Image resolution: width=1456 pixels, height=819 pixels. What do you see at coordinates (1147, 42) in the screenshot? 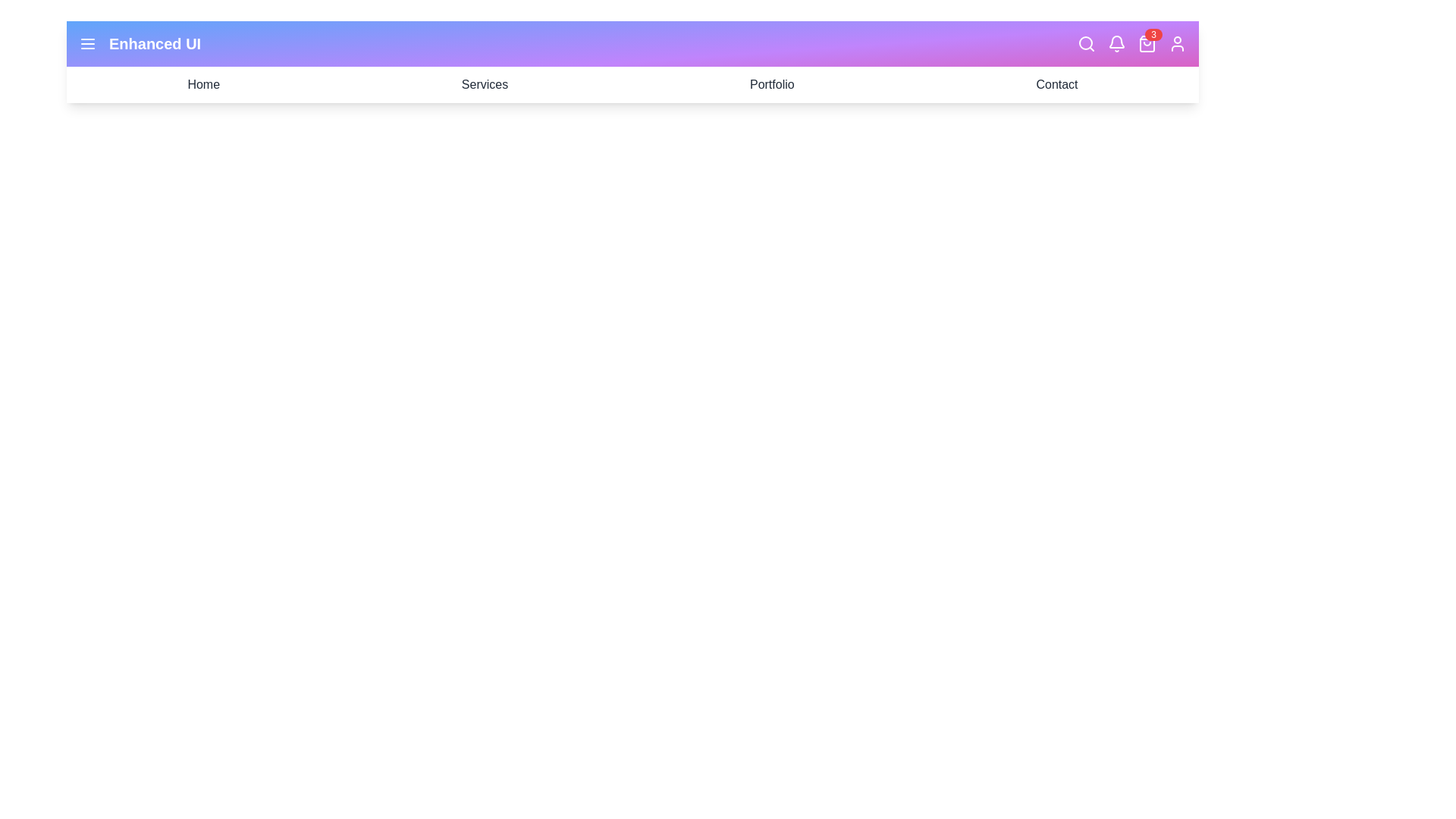
I see `shopping bag icon to toggle the shopping cart view` at bounding box center [1147, 42].